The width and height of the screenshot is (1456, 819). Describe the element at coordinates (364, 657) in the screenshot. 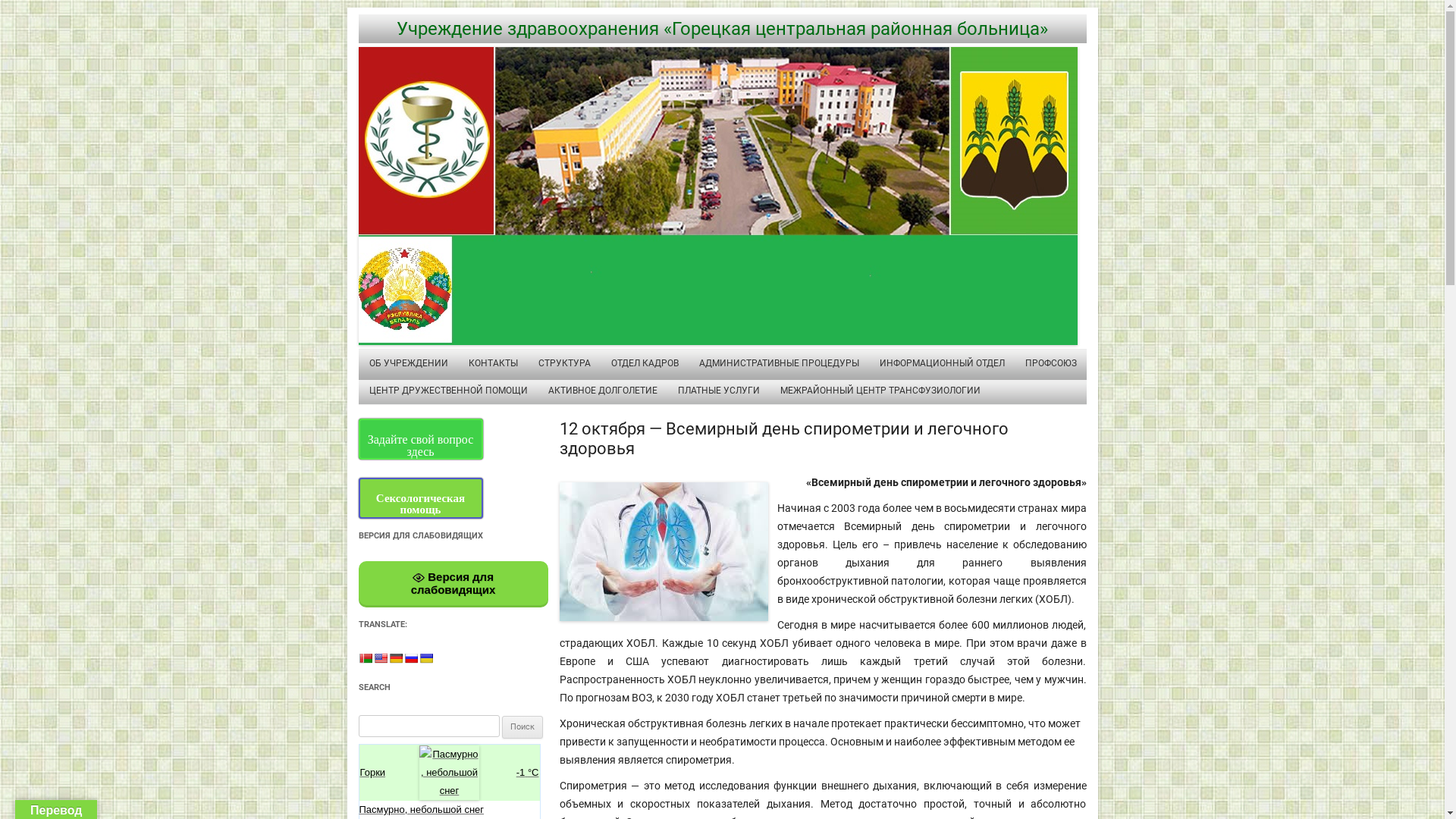

I see `'Belarusian'` at that location.